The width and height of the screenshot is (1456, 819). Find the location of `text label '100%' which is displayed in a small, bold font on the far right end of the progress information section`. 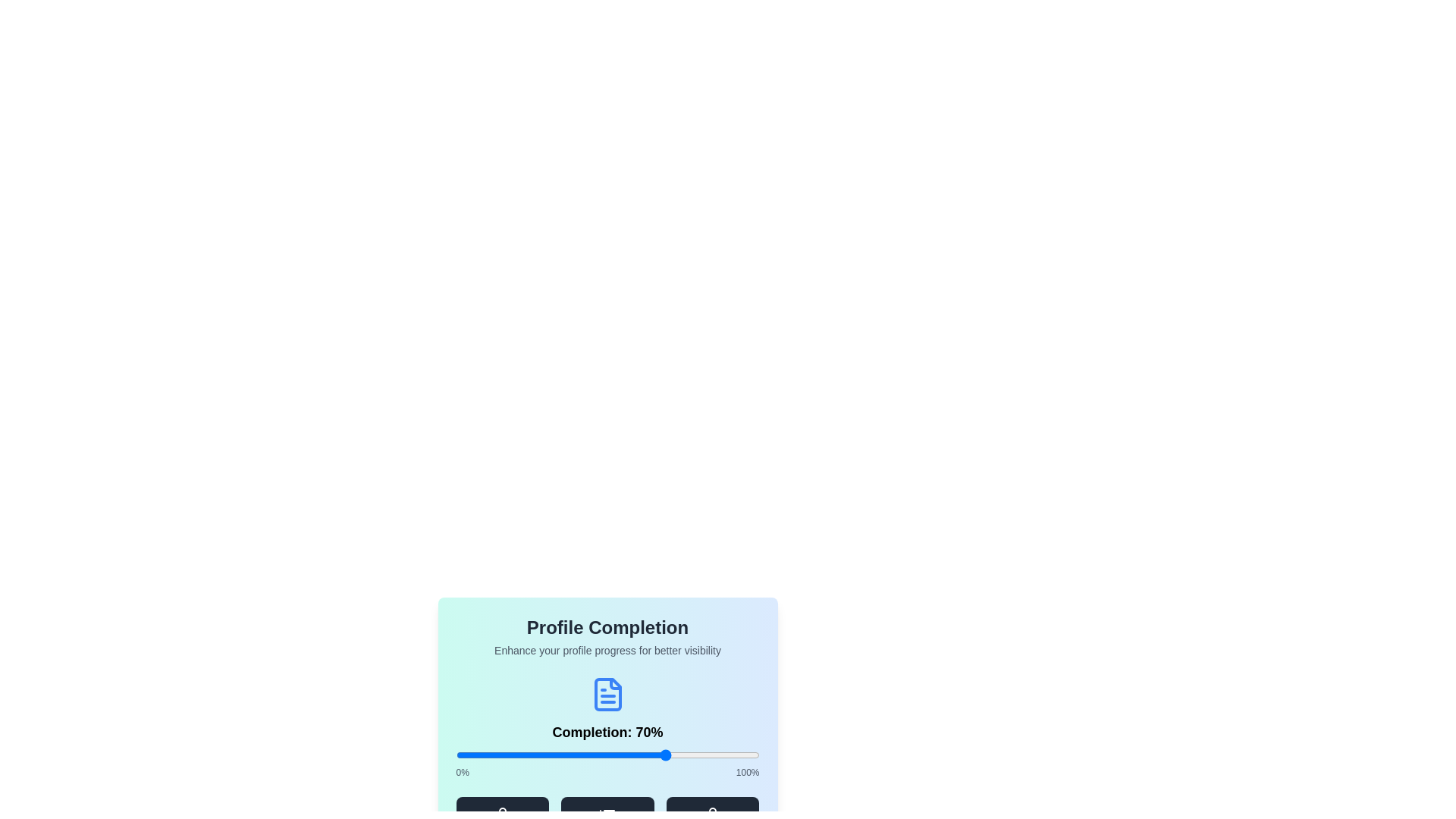

text label '100%' which is displayed in a small, bold font on the far right end of the progress information section is located at coordinates (748, 772).